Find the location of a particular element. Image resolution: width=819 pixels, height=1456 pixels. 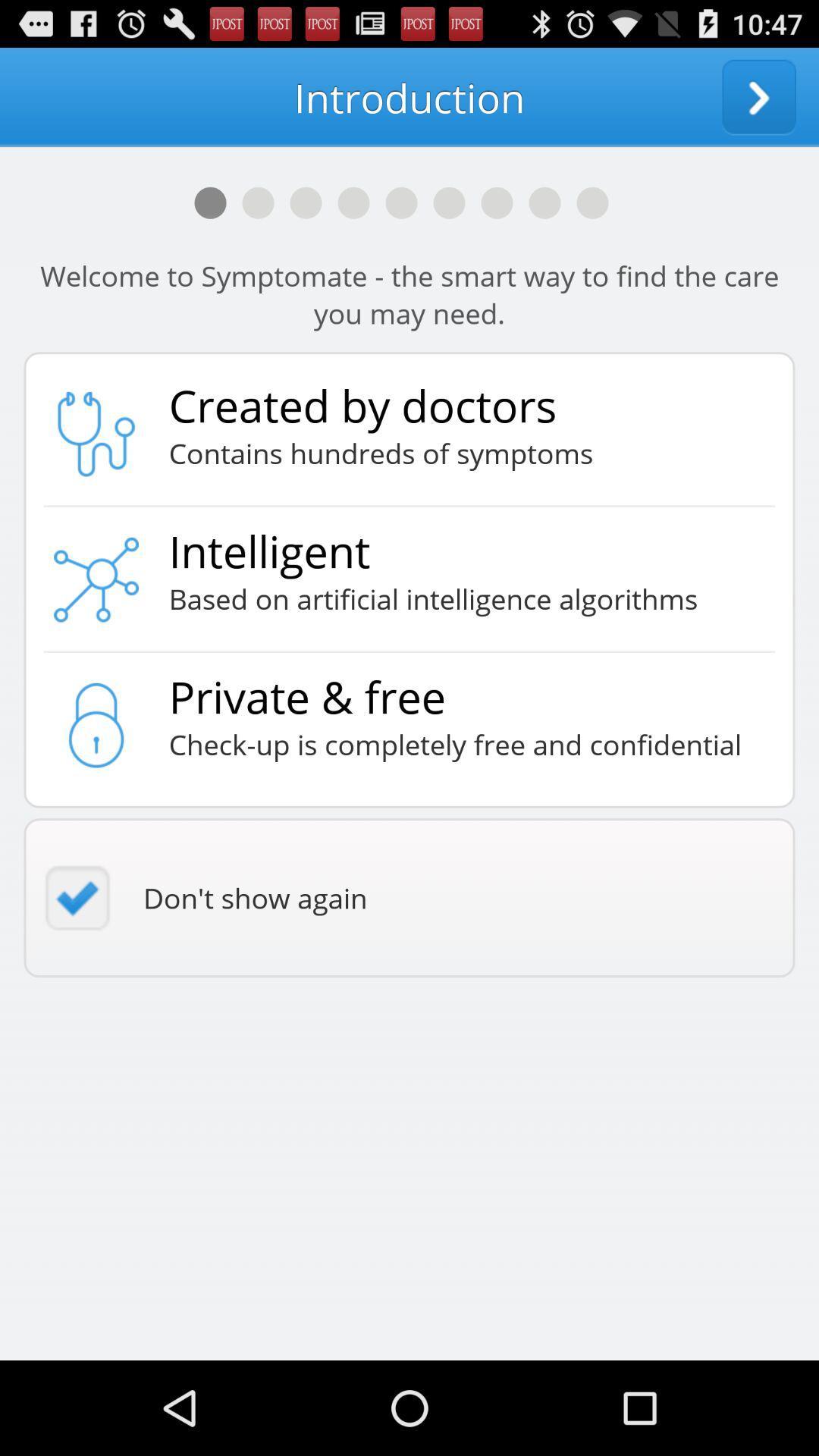

next page is located at coordinates (759, 96).